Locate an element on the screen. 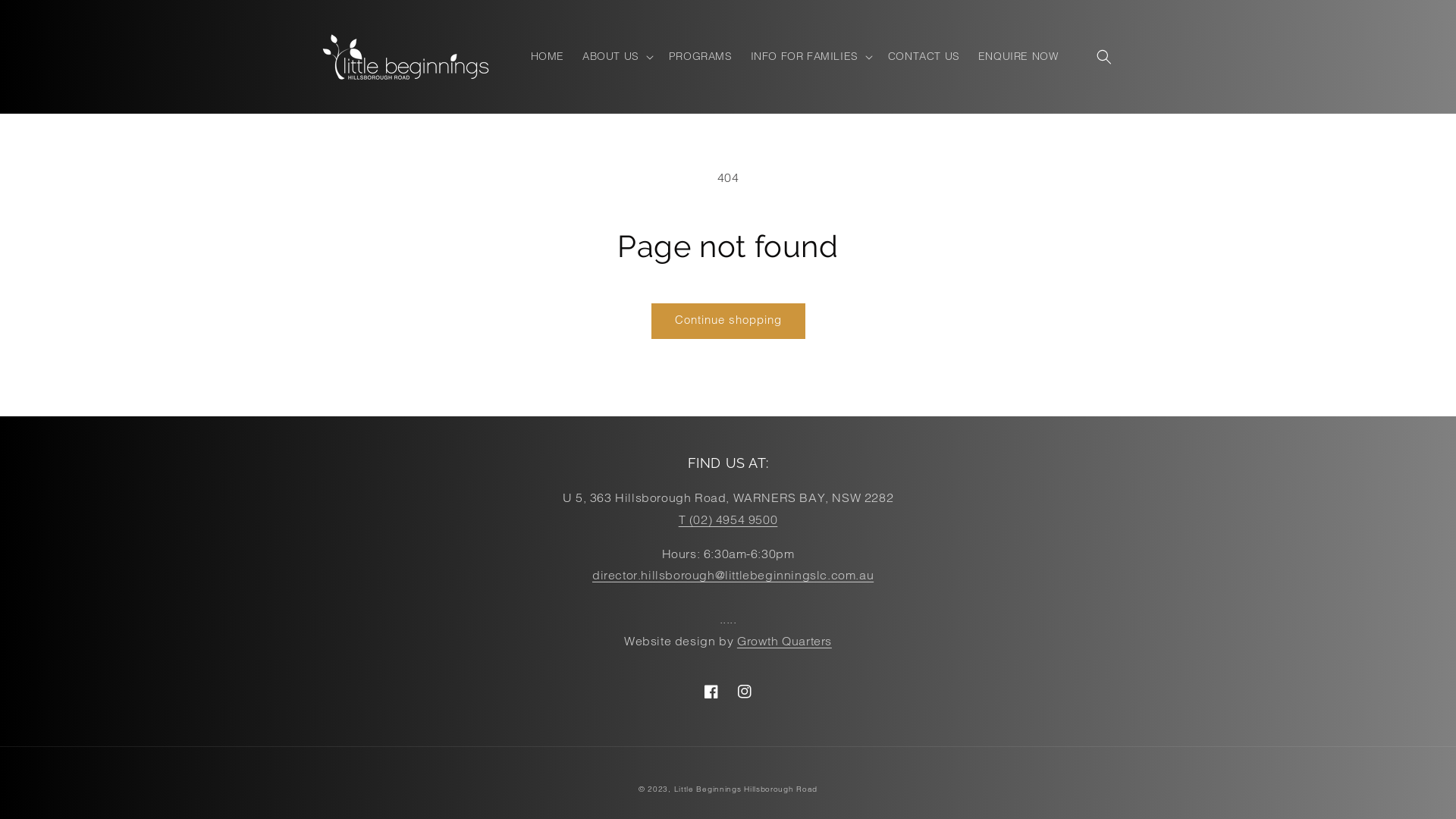 The width and height of the screenshot is (1456, 819). 'Cart' is located at coordinates (1137, 55).